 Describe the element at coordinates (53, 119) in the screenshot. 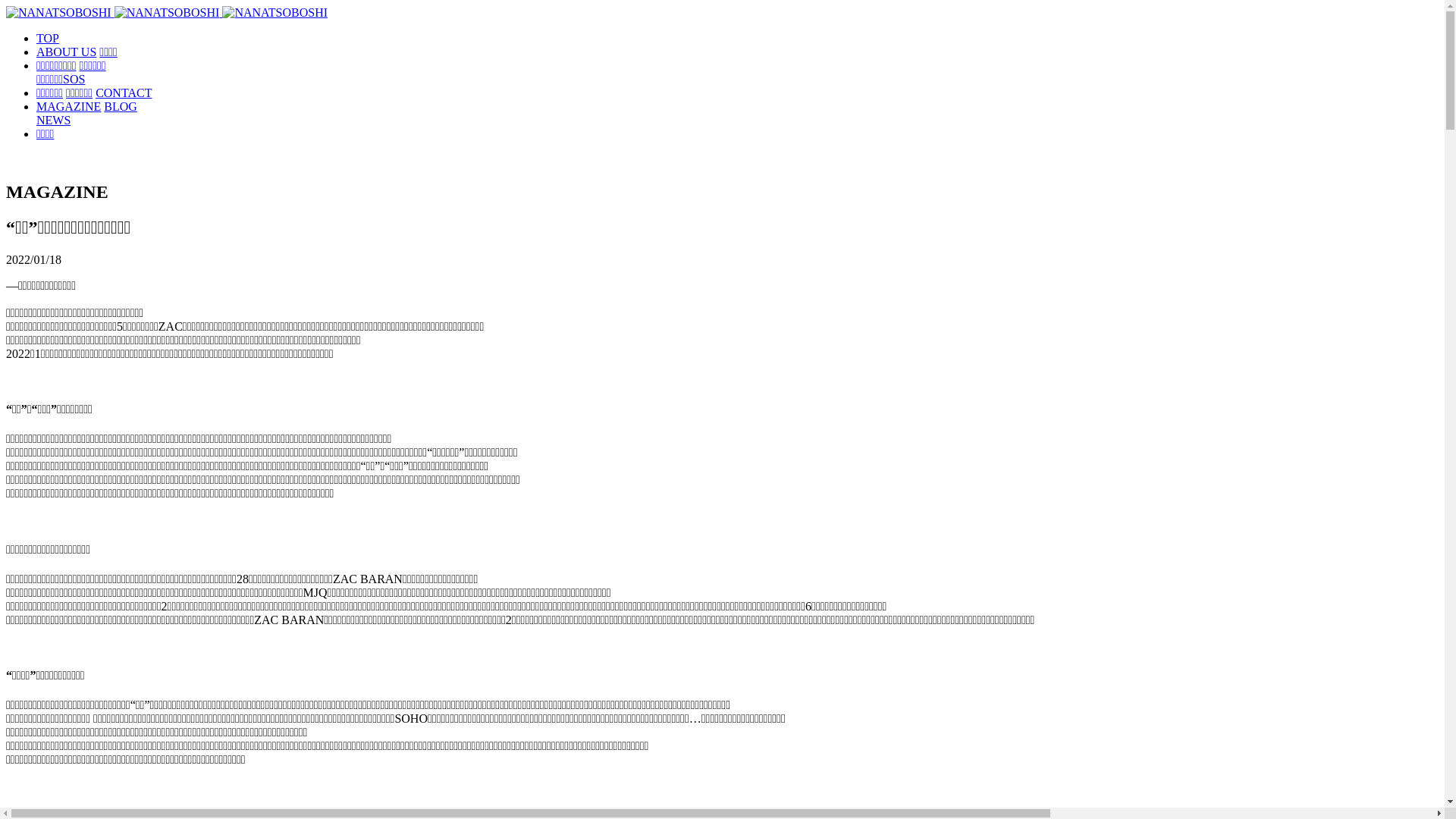

I see `'NEWS'` at that location.